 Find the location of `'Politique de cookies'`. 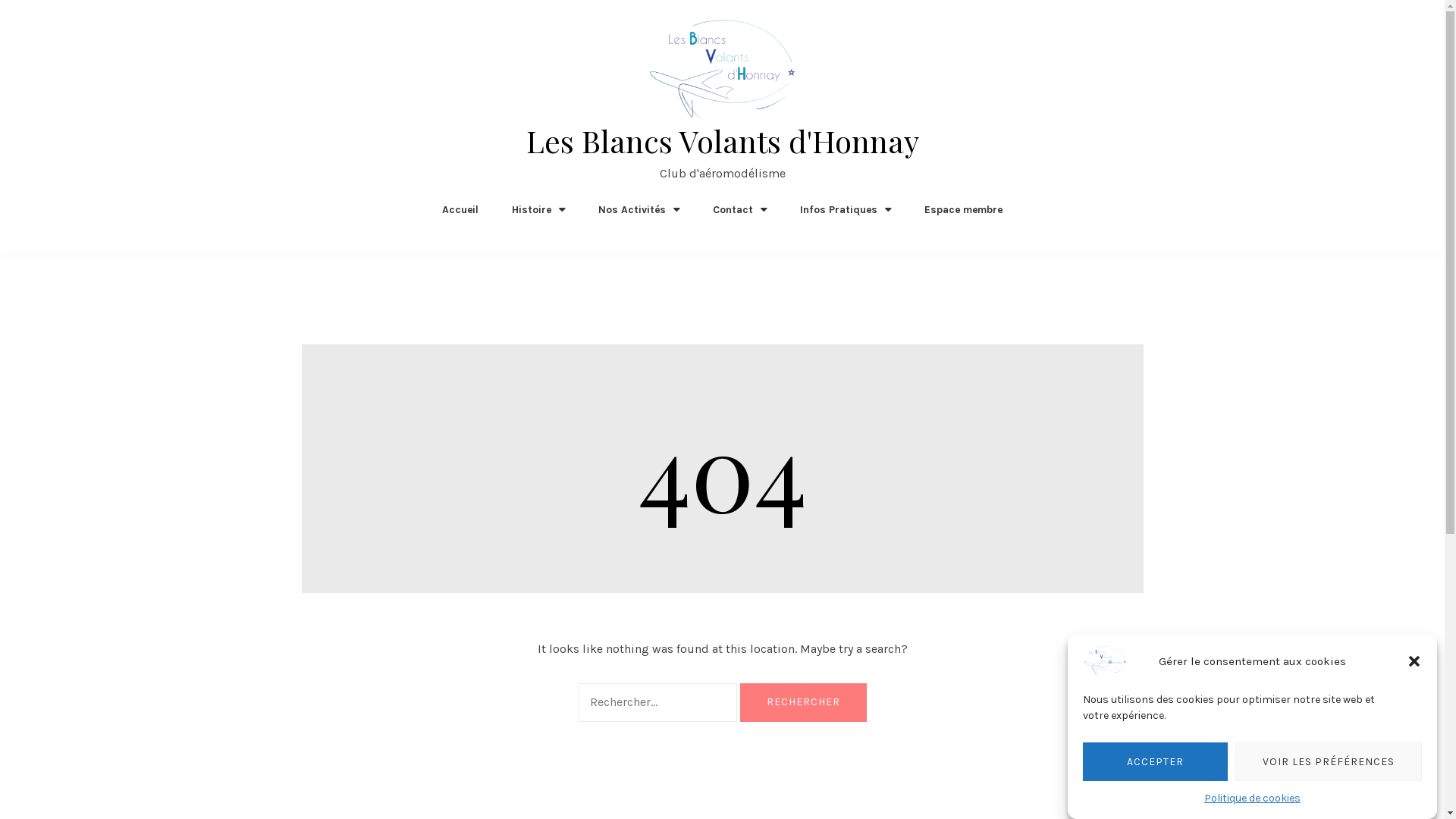

'Politique de cookies' is located at coordinates (1252, 797).